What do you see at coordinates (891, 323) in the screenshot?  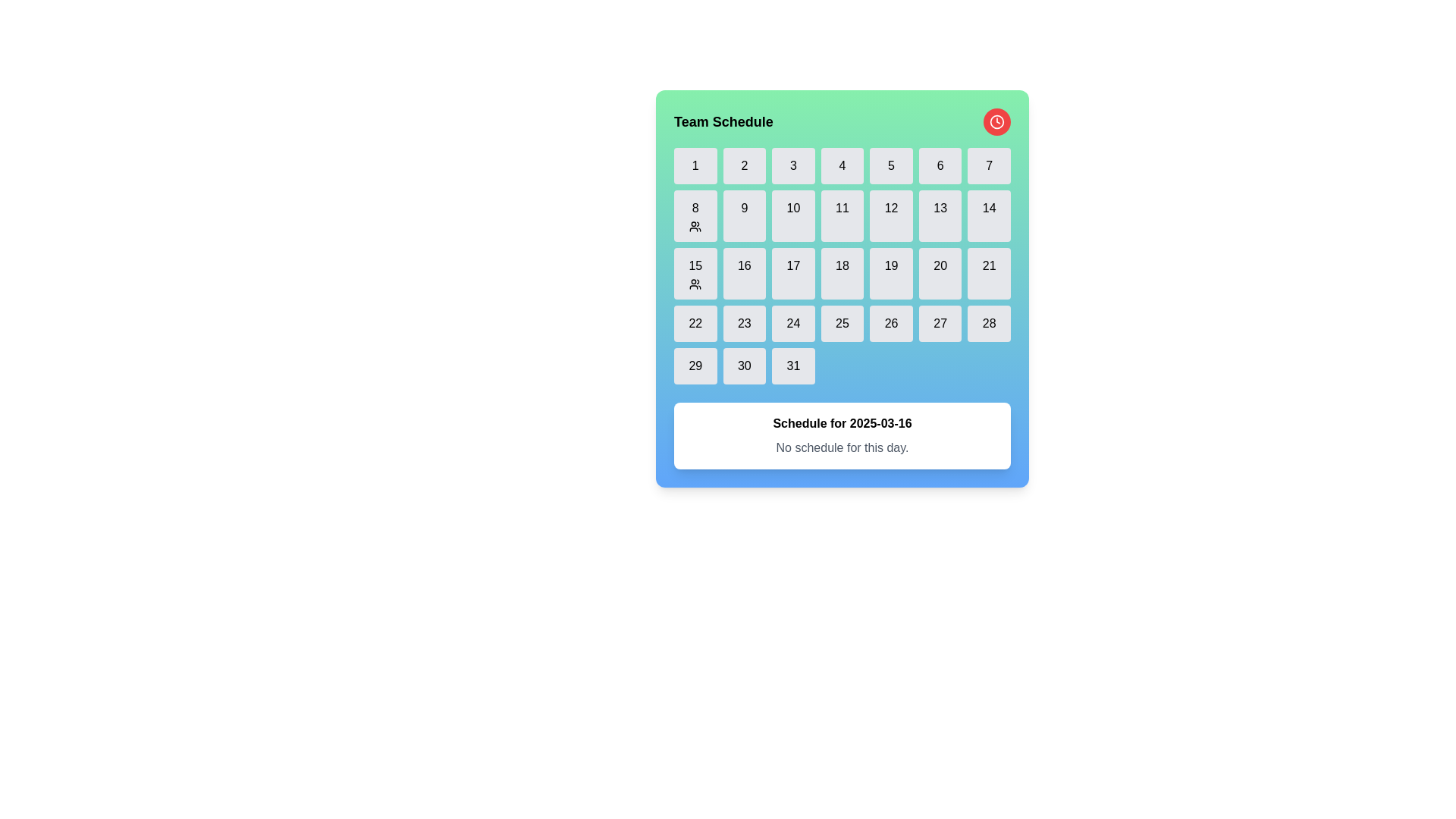 I see `the text label displaying the number '26' in bold black font, located in the sixth column and fourth row of the calendar grid` at bounding box center [891, 323].